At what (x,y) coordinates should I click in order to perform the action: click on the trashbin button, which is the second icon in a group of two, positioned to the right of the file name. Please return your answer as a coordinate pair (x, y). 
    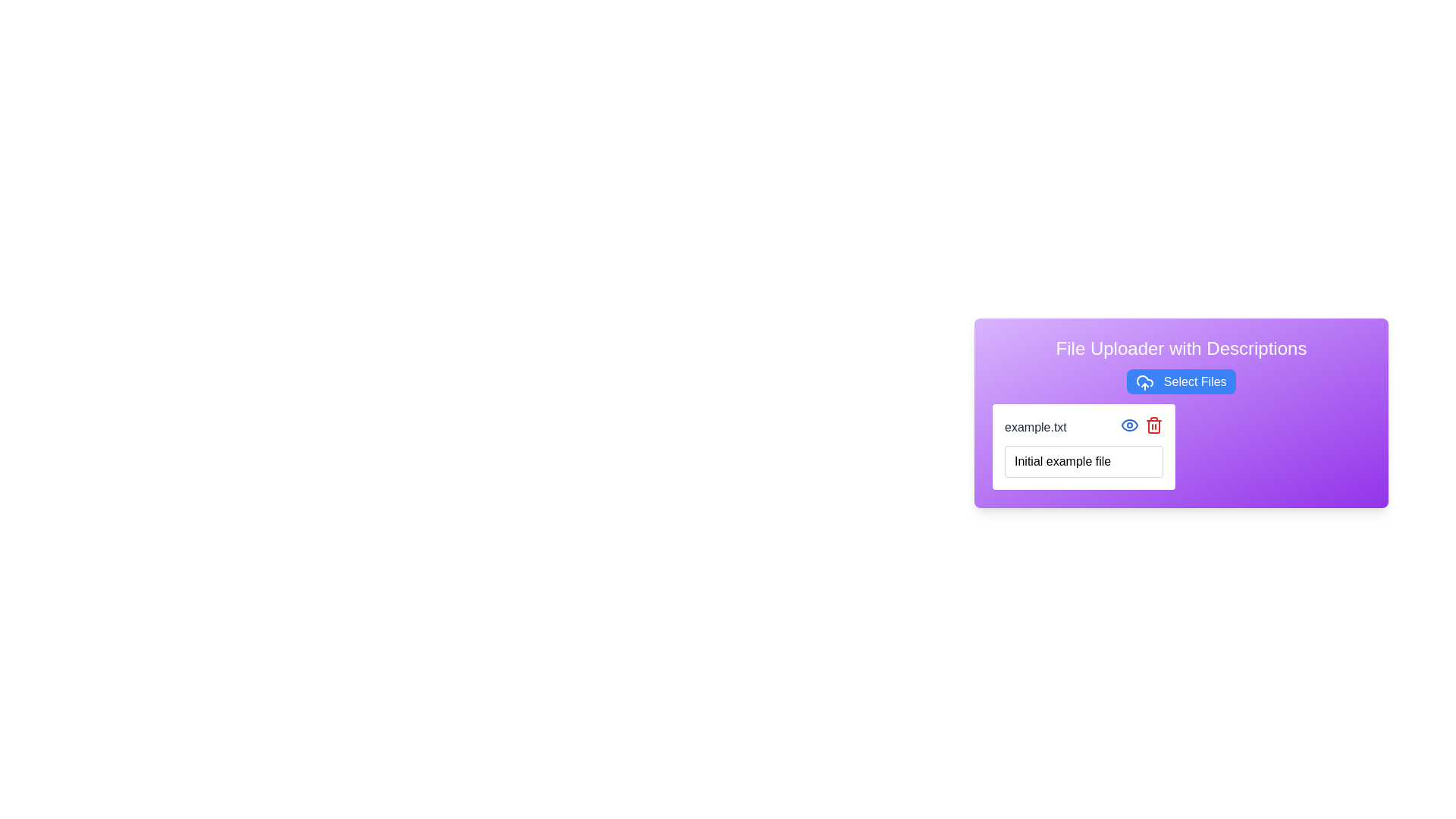
    Looking at the image, I should click on (1153, 424).